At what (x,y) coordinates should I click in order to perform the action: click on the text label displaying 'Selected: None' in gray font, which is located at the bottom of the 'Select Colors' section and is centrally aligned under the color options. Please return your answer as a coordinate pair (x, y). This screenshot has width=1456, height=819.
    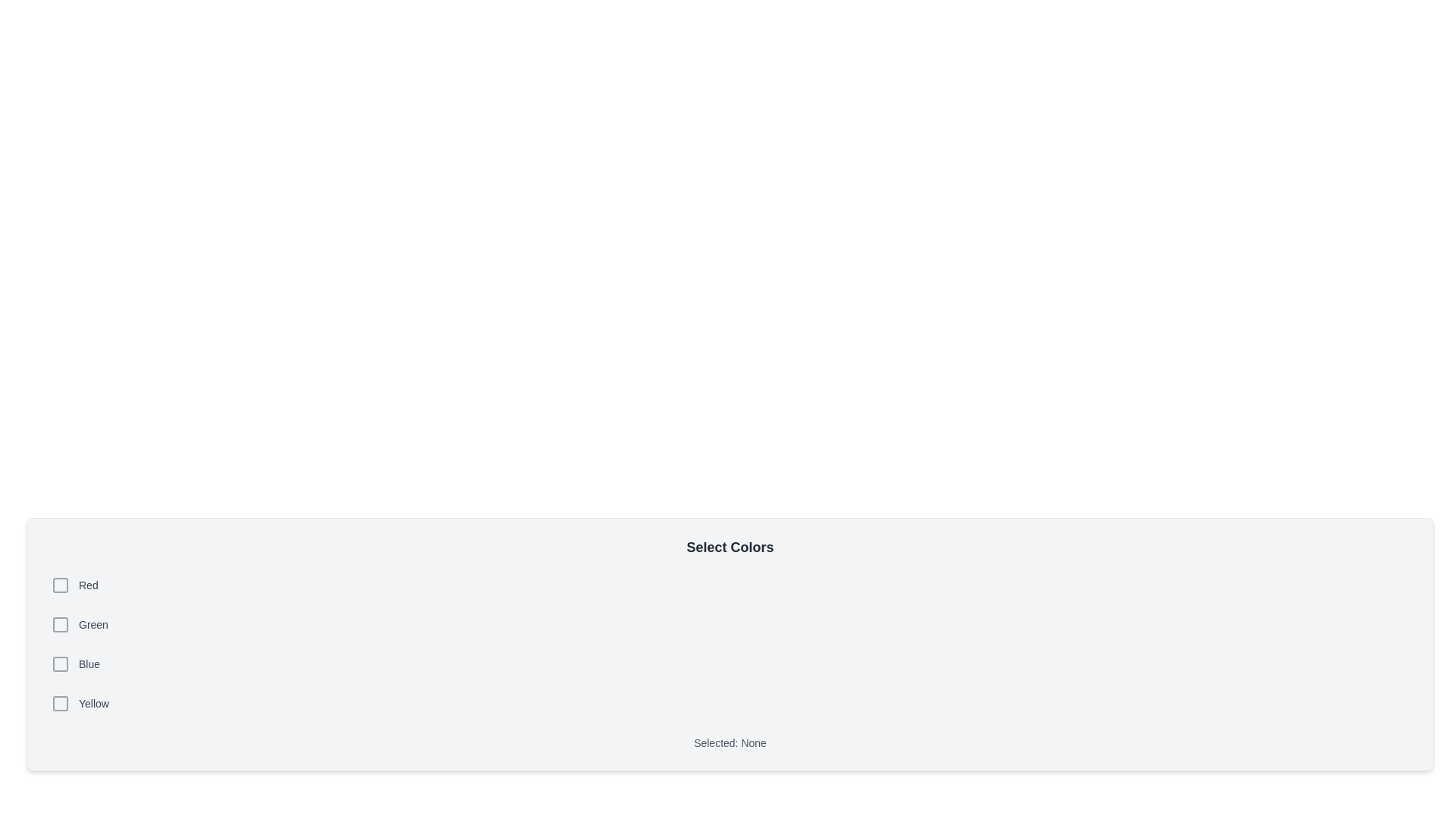
    Looking at the image, I should click on (730, 742).